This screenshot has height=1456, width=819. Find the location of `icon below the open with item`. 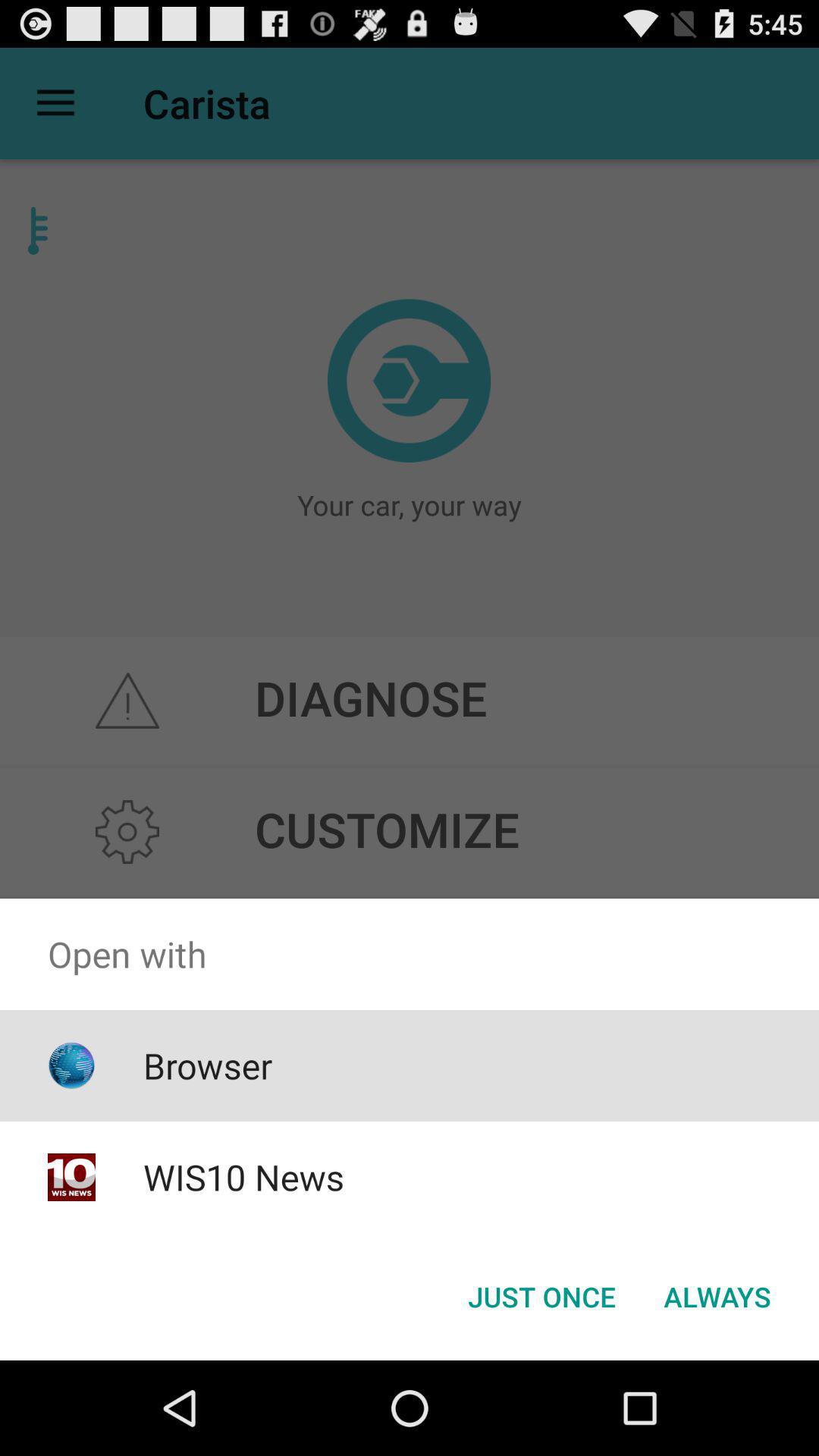

icon below the open with item is located at coordinates (208, 1065).